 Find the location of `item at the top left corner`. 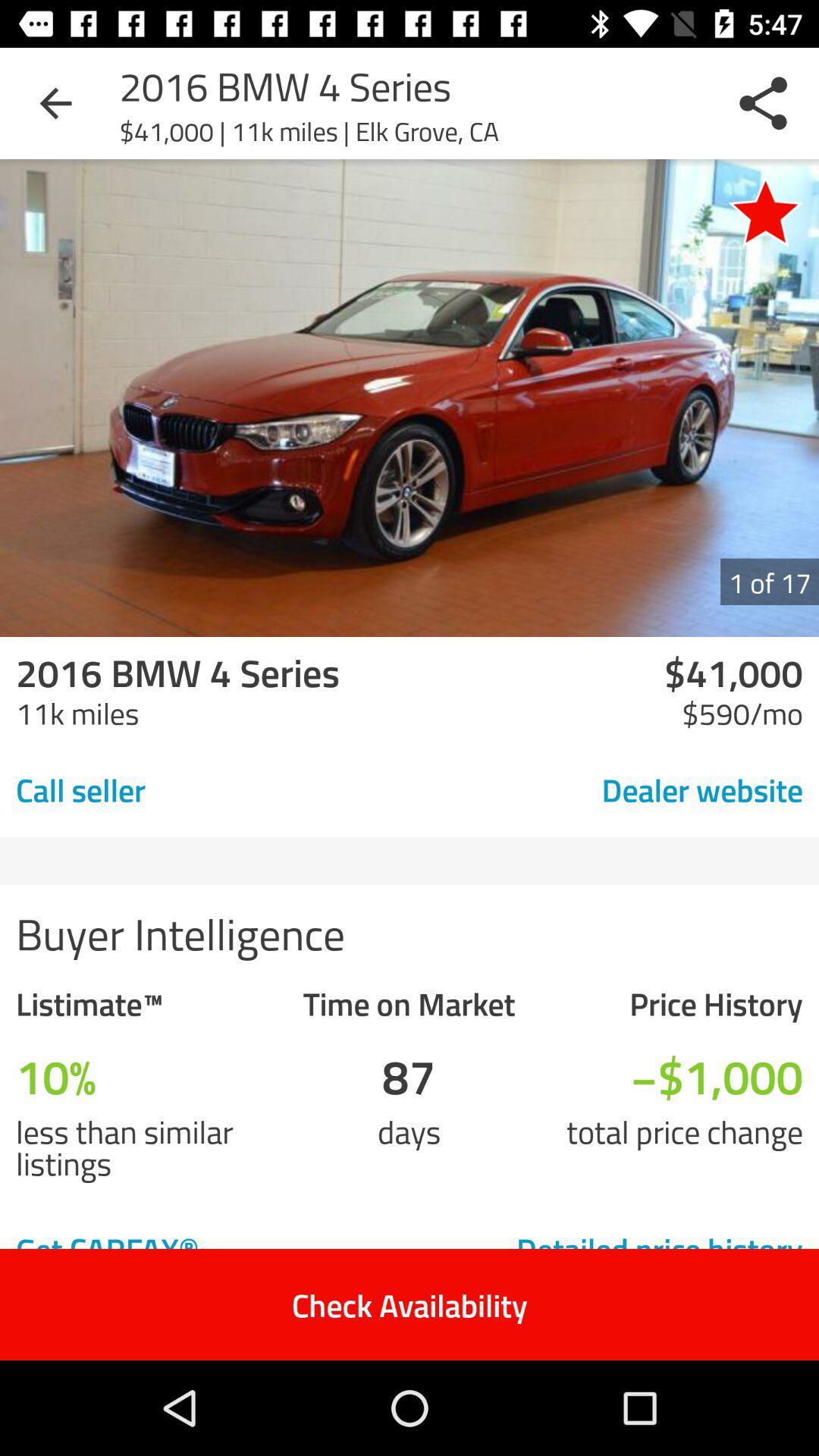

item at the top left corner is located at coordinates (55, 102).